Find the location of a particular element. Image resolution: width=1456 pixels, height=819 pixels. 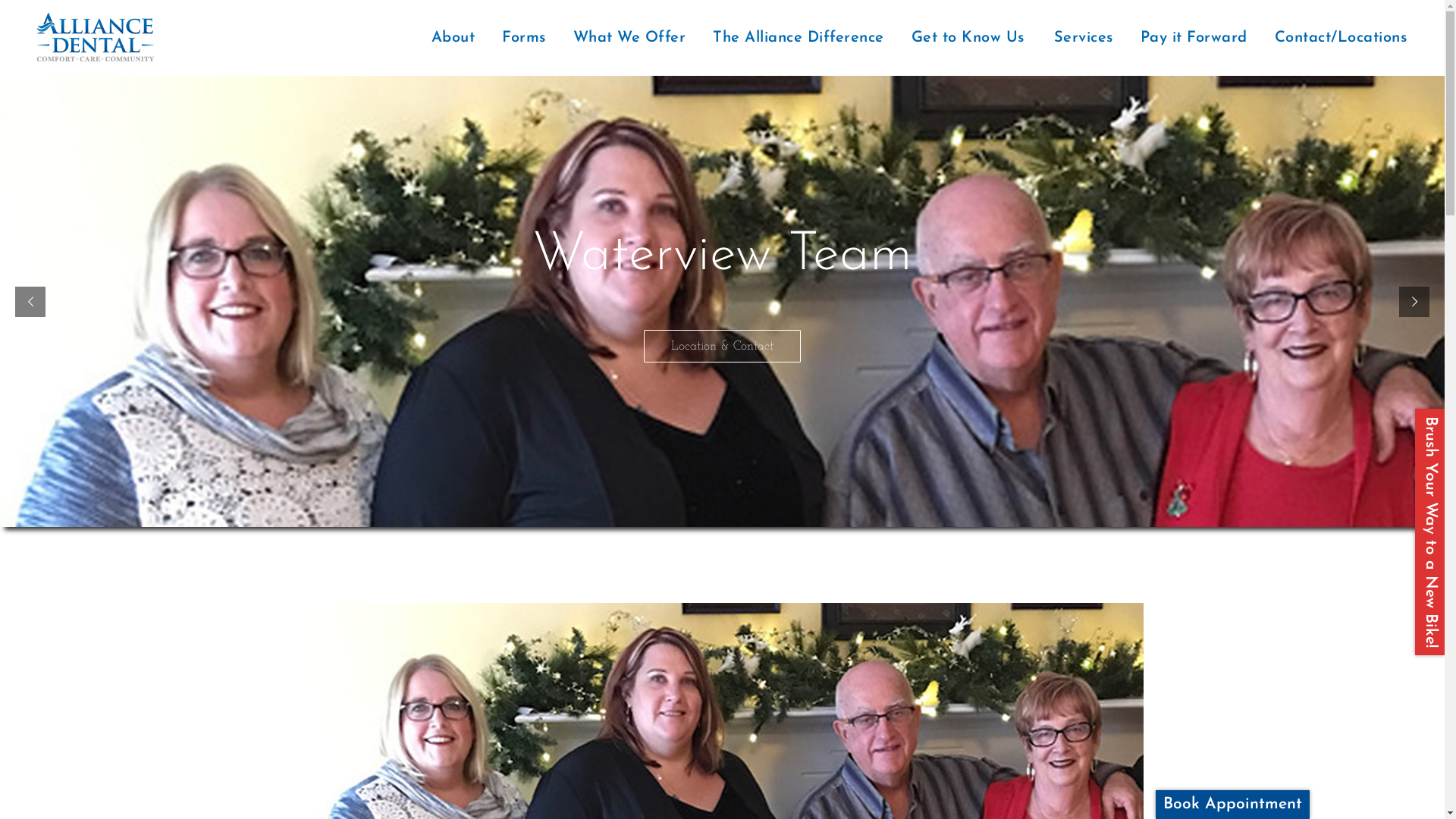

'Services' is located at coordinates (1082, 37).